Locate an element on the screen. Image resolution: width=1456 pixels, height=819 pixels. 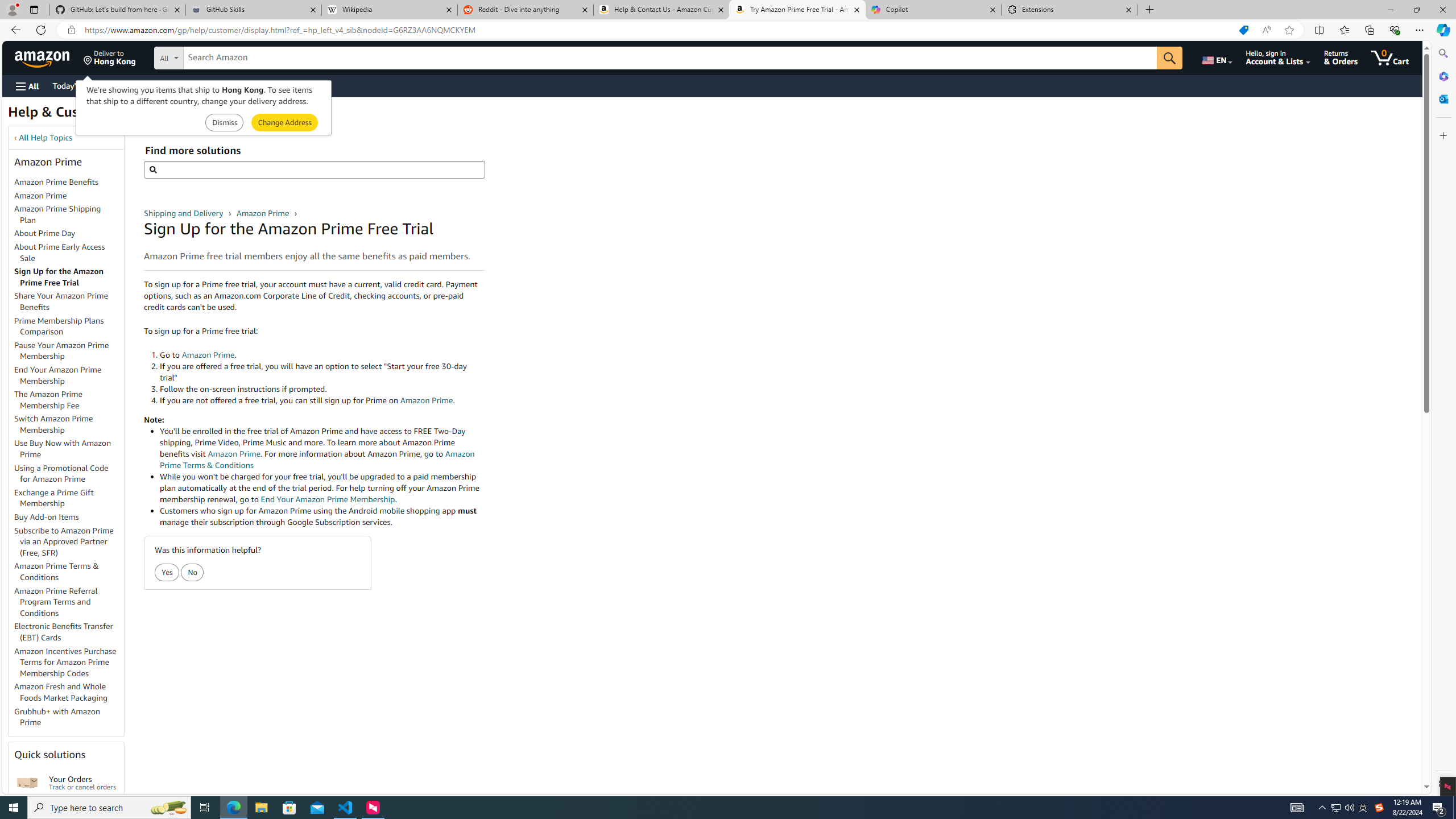
'Switch Amazon Prime Membership' is located at coordinates (53, 423).